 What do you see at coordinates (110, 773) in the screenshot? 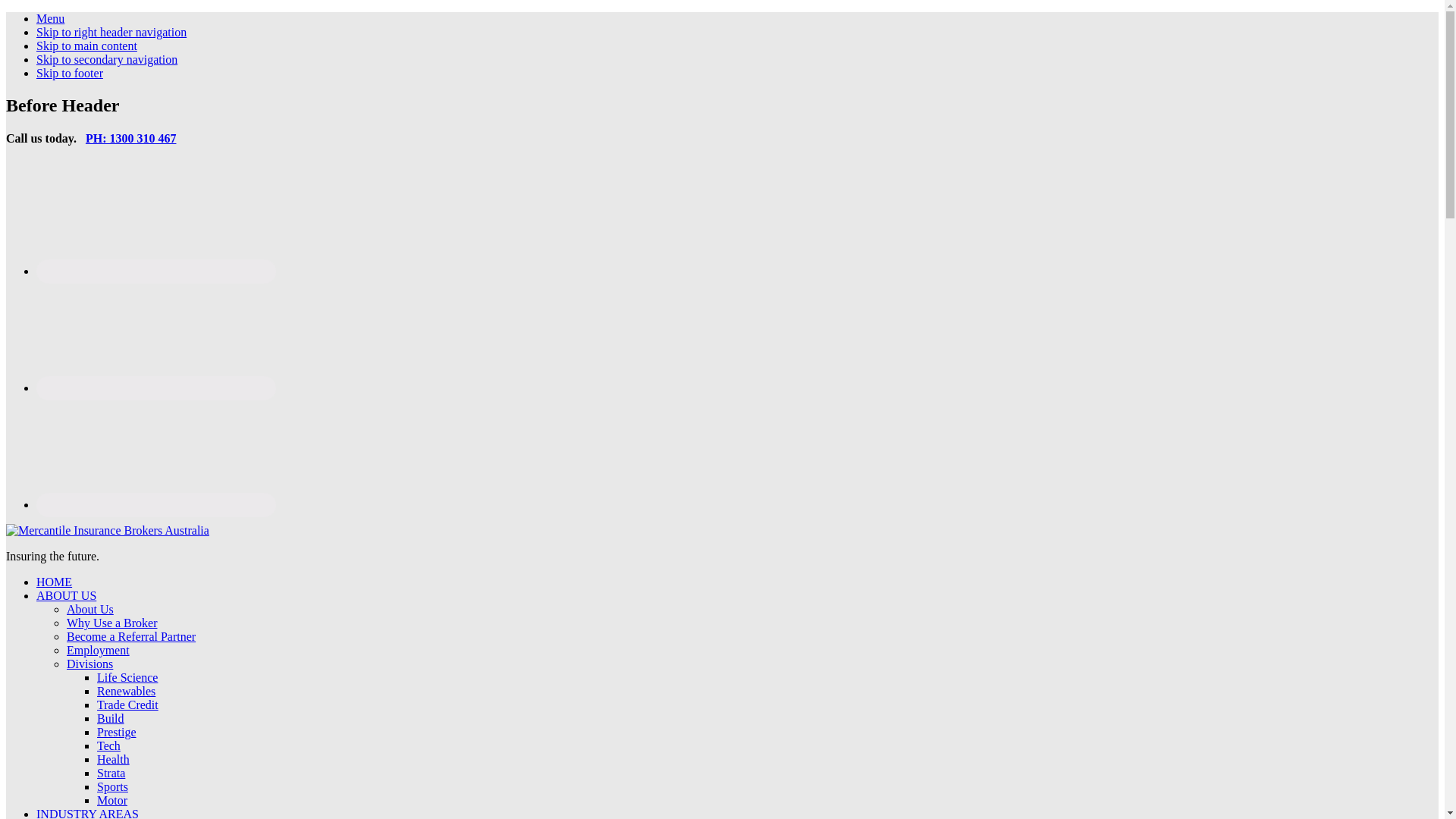
I see `'Strata'` at bounding box center [110, 773].